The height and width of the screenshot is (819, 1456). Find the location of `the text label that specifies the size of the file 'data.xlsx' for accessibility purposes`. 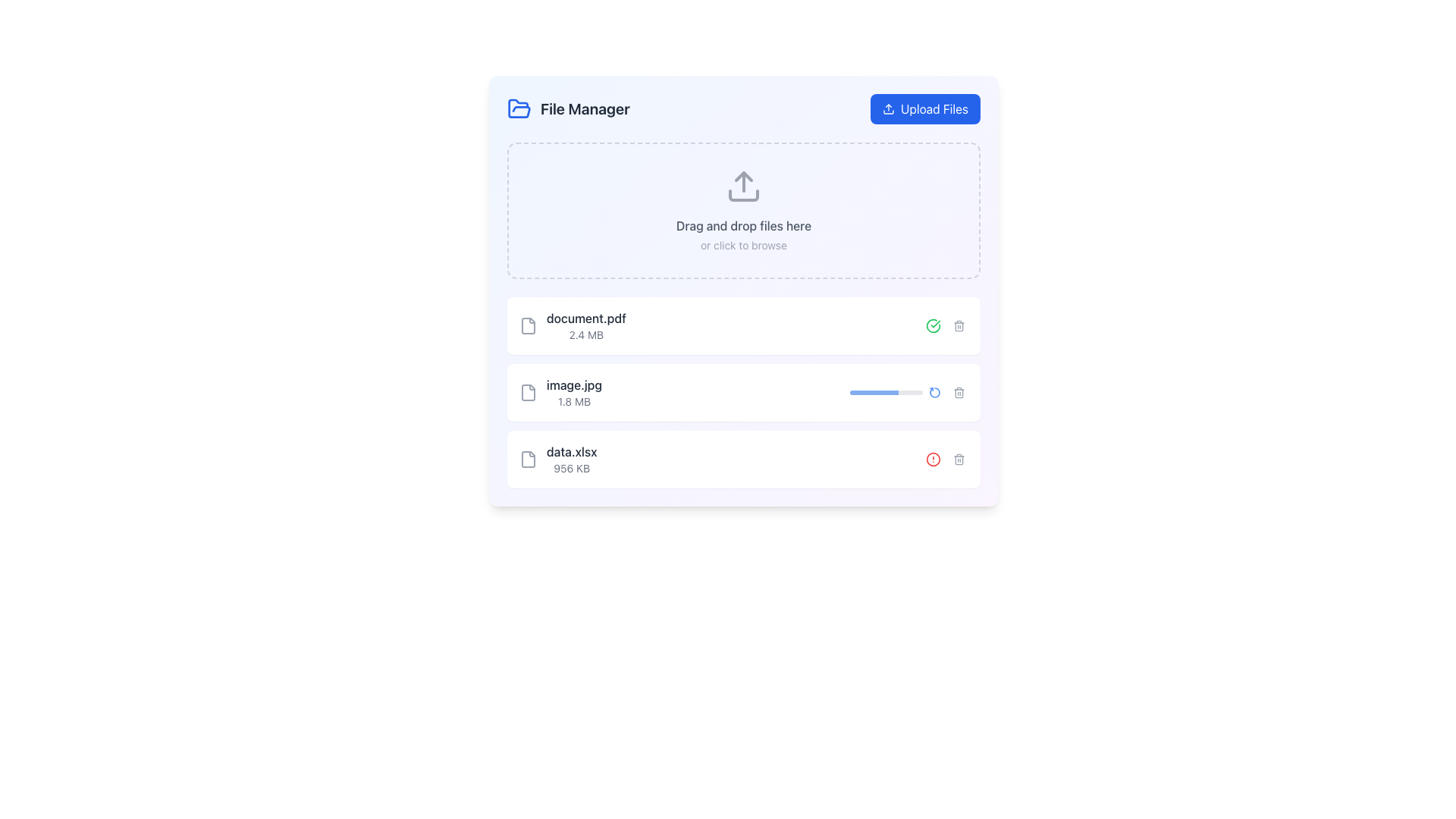

the text label that specifies the size of the file 'data.xlsx' for accessibility purposes is located at coordinates (571, 467).